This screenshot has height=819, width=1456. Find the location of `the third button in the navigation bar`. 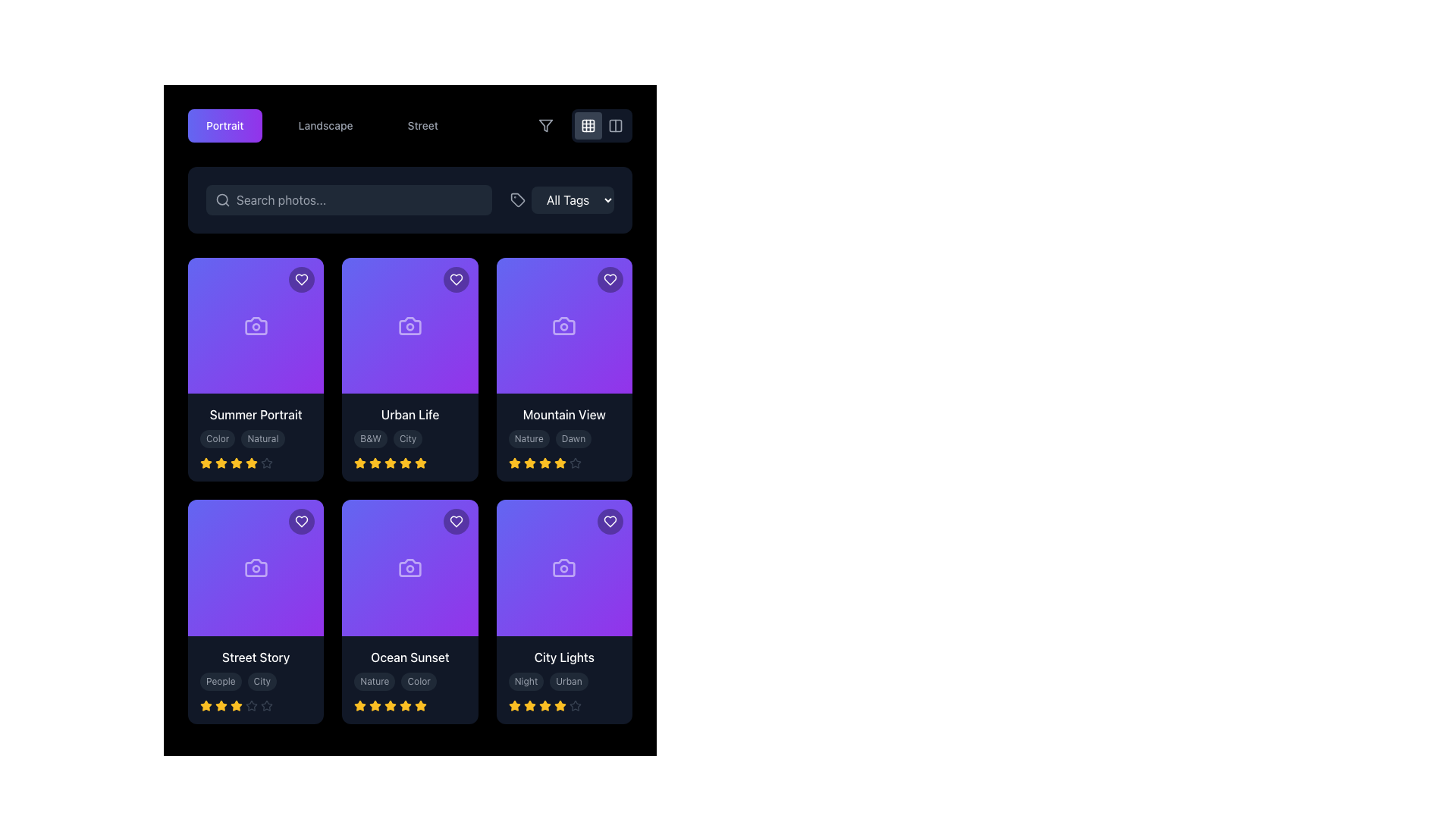

the third button in the navigation bar is located at coordinates (410, 124).